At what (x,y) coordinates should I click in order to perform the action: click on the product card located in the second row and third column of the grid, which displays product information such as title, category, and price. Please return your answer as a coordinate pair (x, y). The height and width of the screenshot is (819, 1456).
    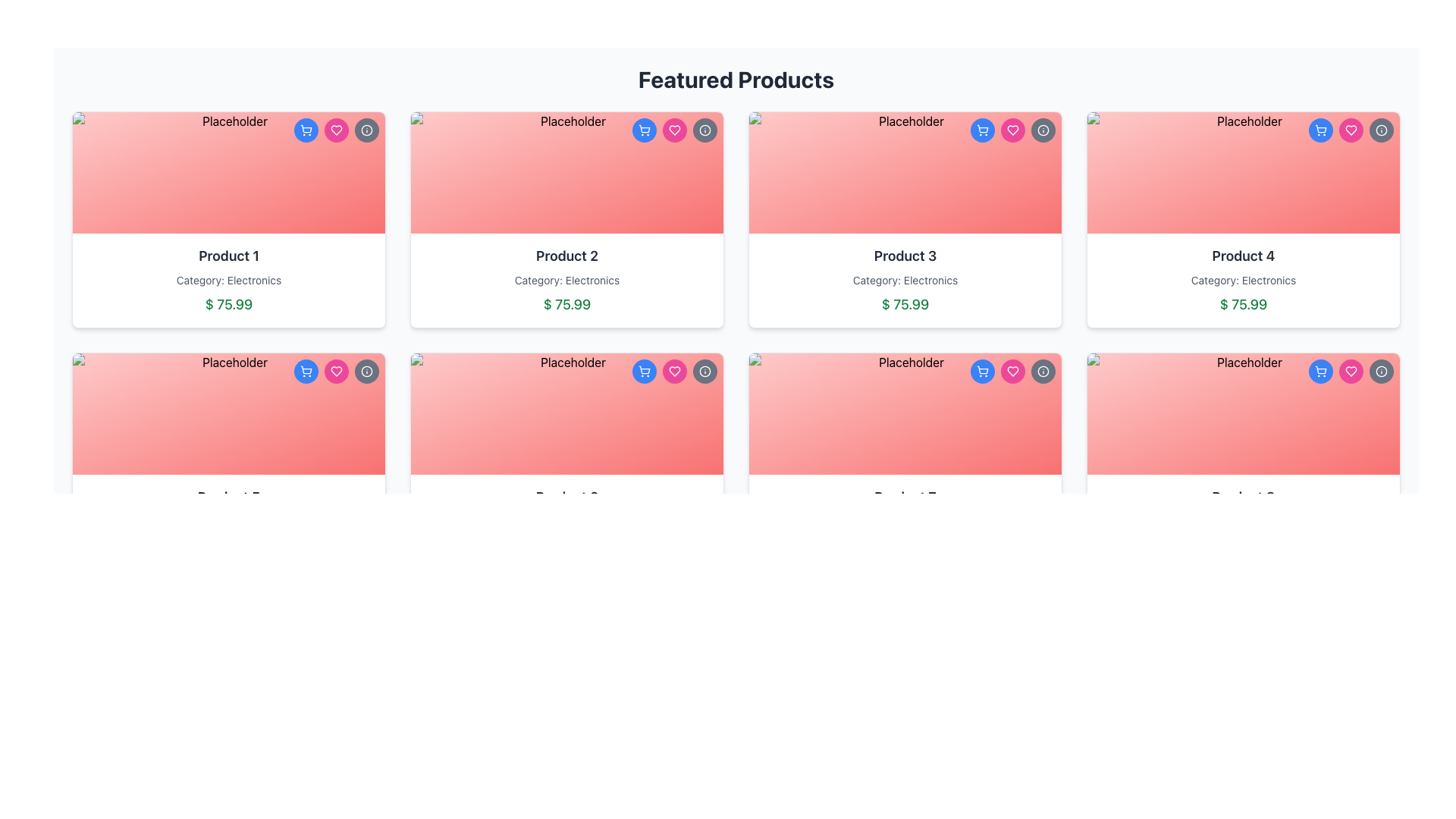
    Looking at the image, I should click on (905, 460).